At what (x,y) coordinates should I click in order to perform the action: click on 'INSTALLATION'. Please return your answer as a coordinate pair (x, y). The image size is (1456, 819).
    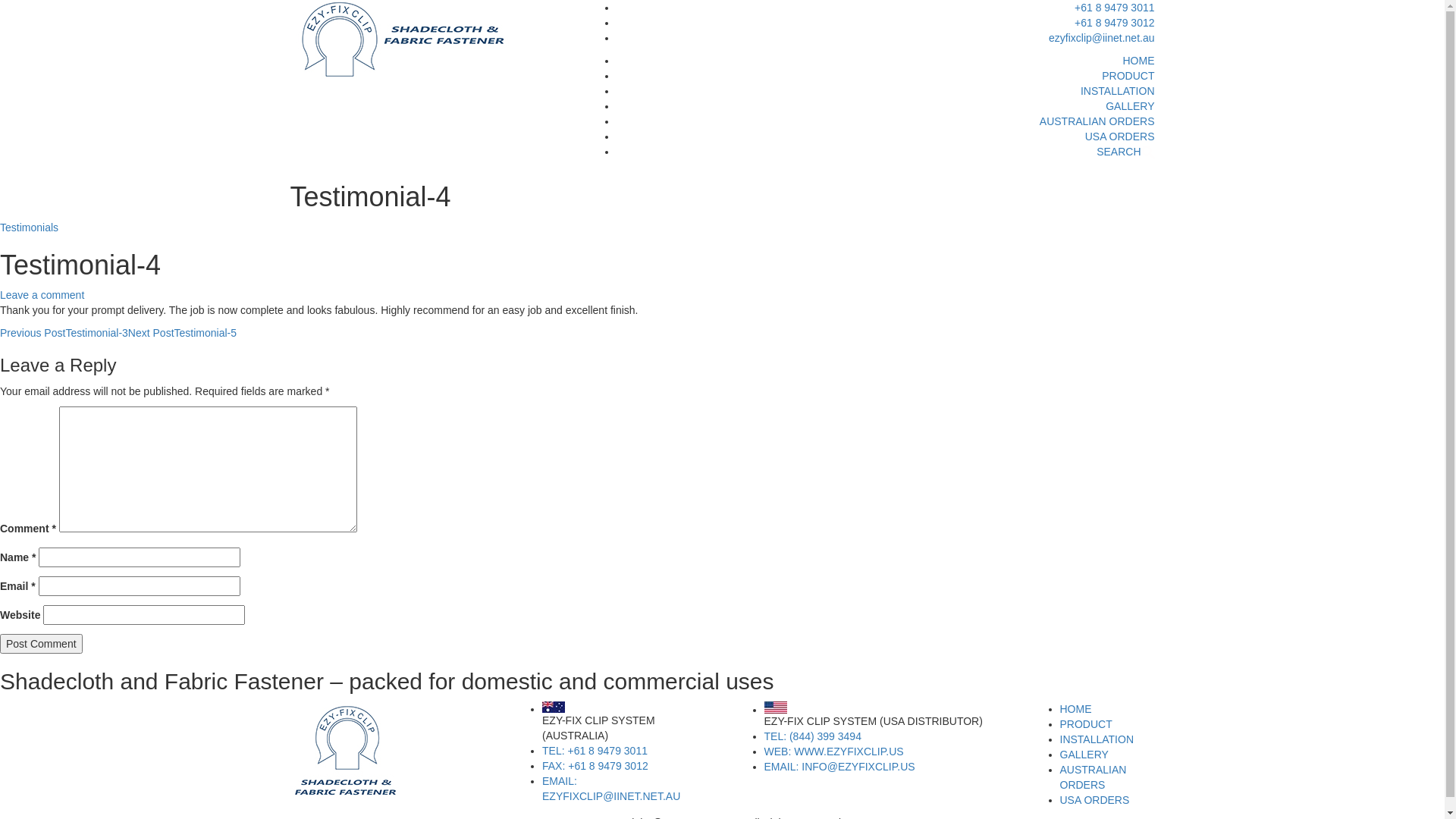
    Looking at the image, I should click on (1080, 90).